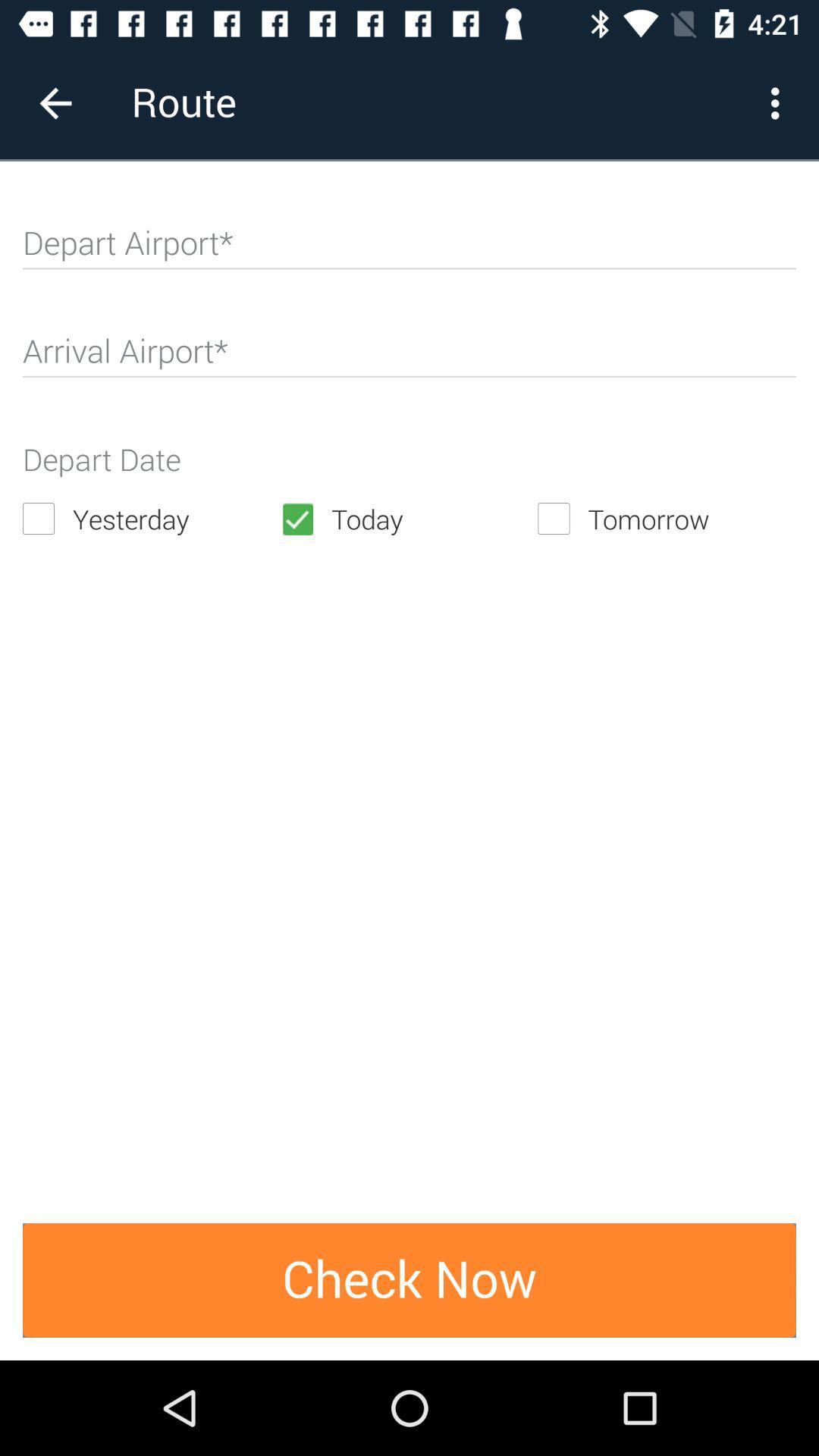  Describe the element at coordinates (409, 249) in the screenshot. I see `a blank text field for writing in the departing airport information` at that location.